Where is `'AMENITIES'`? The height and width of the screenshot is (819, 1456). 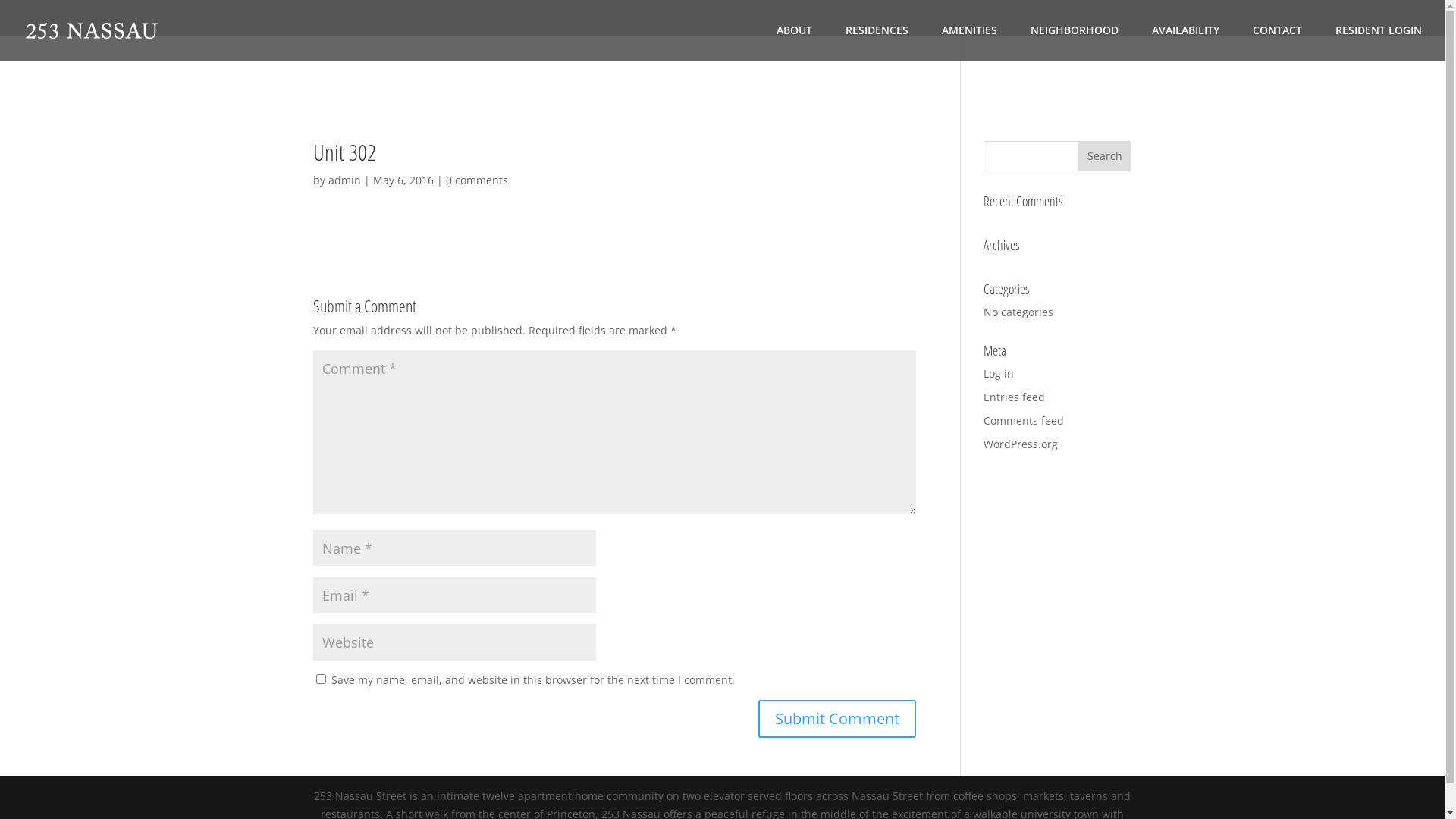 'AMENITIES' is located at coordinates (968, 42).